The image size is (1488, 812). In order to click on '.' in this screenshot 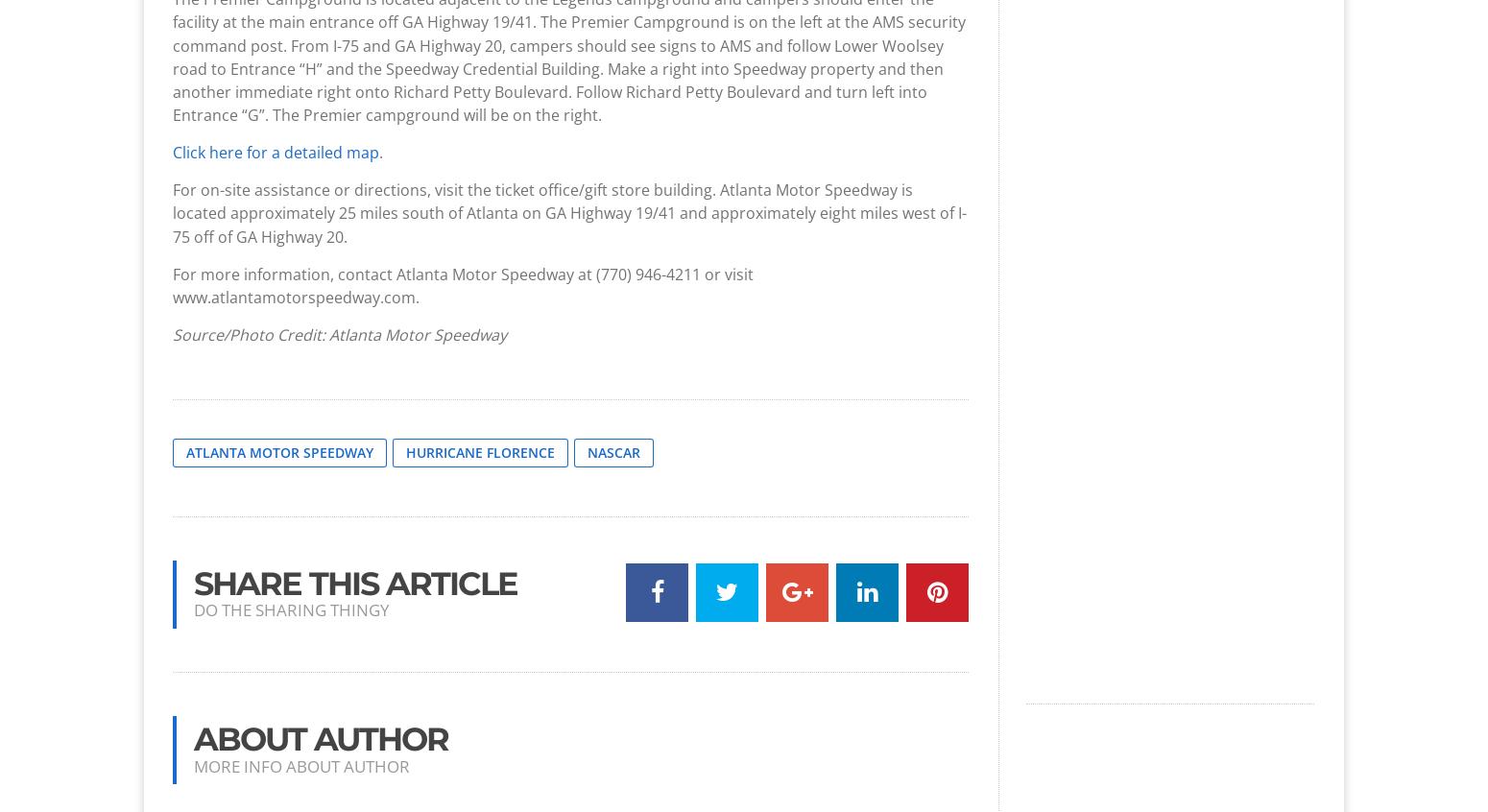, I will do `click(380, 151)`.